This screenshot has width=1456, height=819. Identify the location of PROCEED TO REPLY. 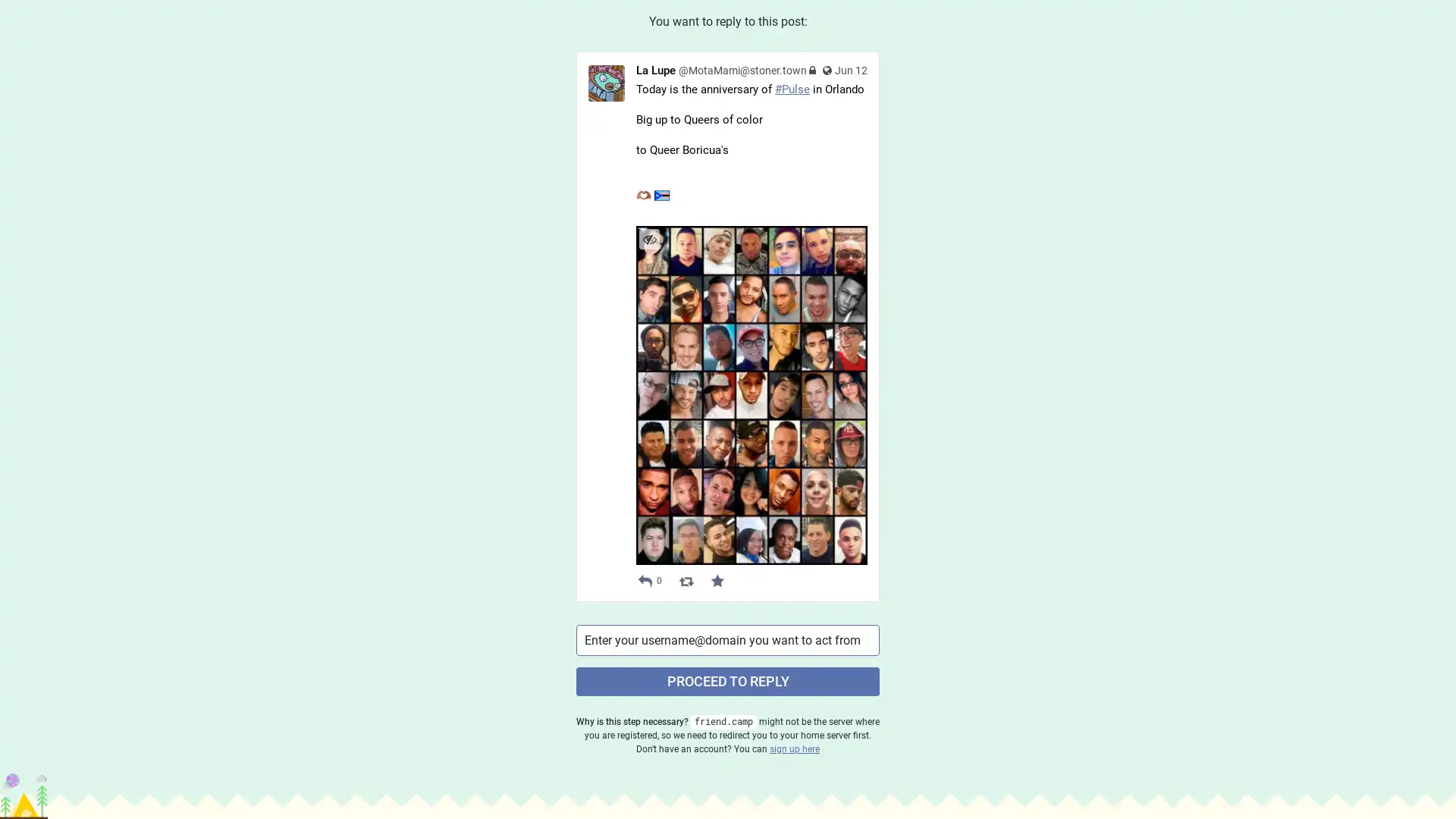
(728, 680).